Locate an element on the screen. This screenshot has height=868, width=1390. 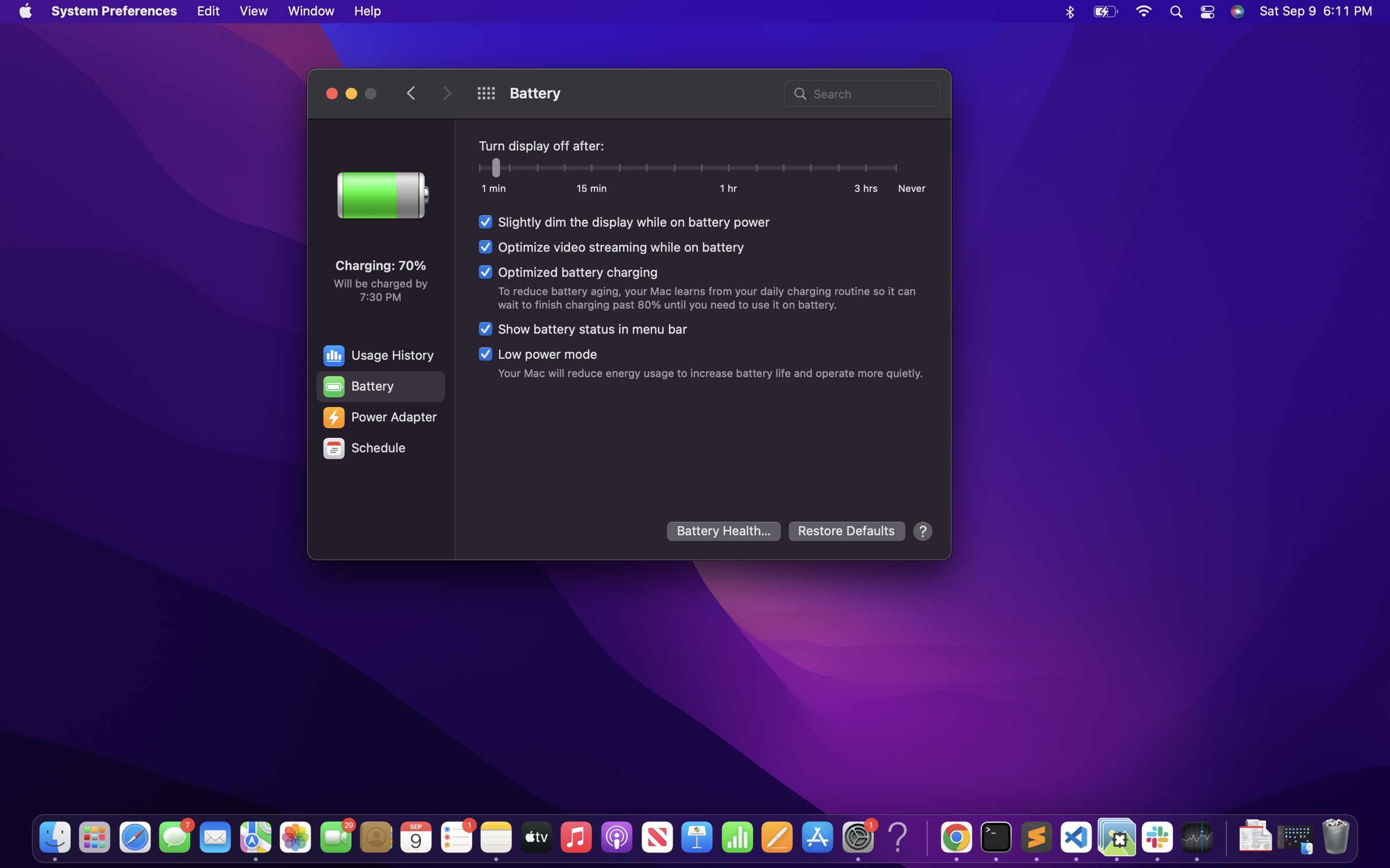
Pick the option to set up the start time for your Mac is located at coordinates (379, 448).